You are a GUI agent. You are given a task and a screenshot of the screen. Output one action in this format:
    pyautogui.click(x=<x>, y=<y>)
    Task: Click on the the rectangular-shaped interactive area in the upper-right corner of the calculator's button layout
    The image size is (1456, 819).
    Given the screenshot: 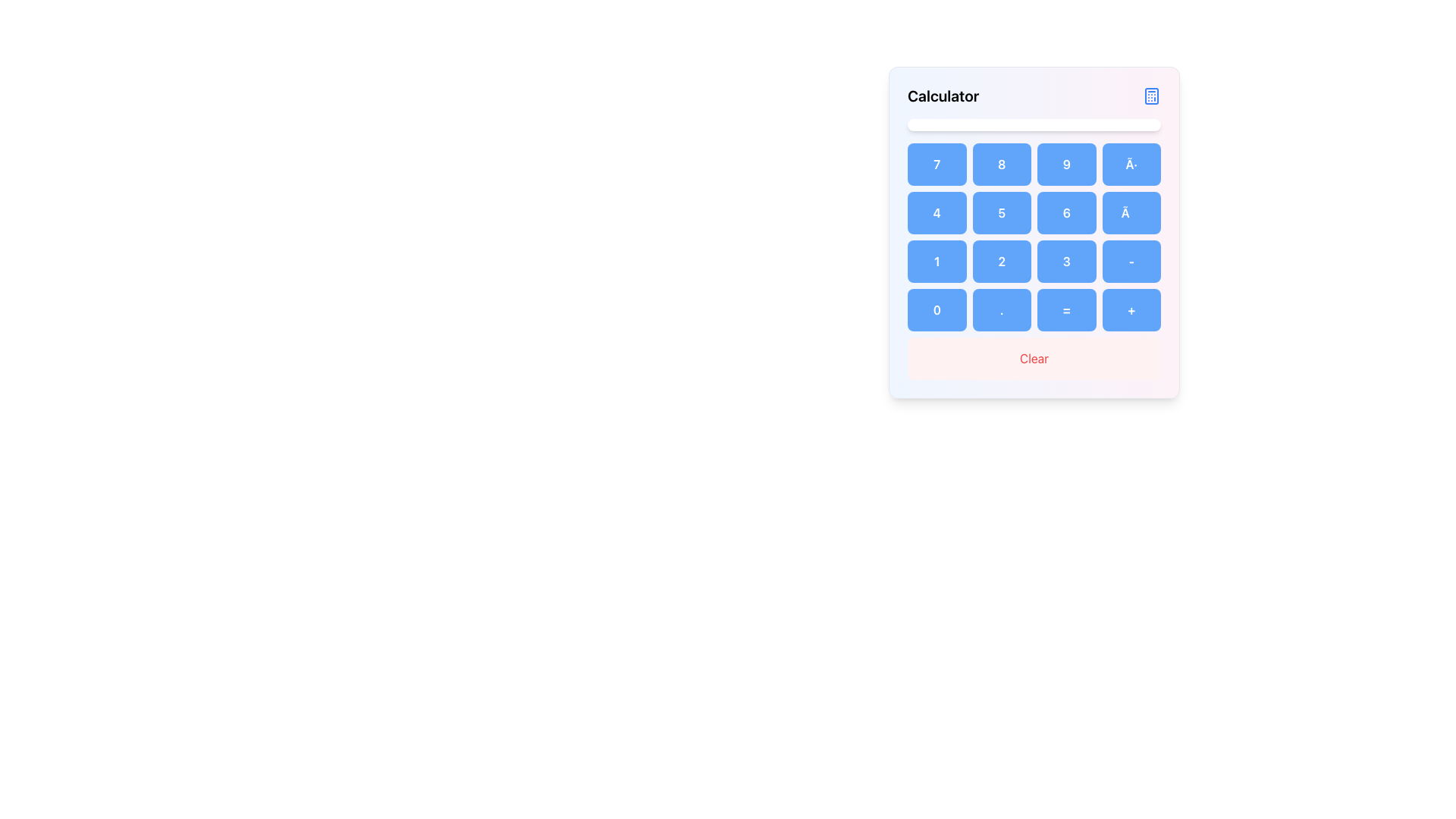 What is the action you would take?
    pyautogui.click(x=1151, y=96)
    